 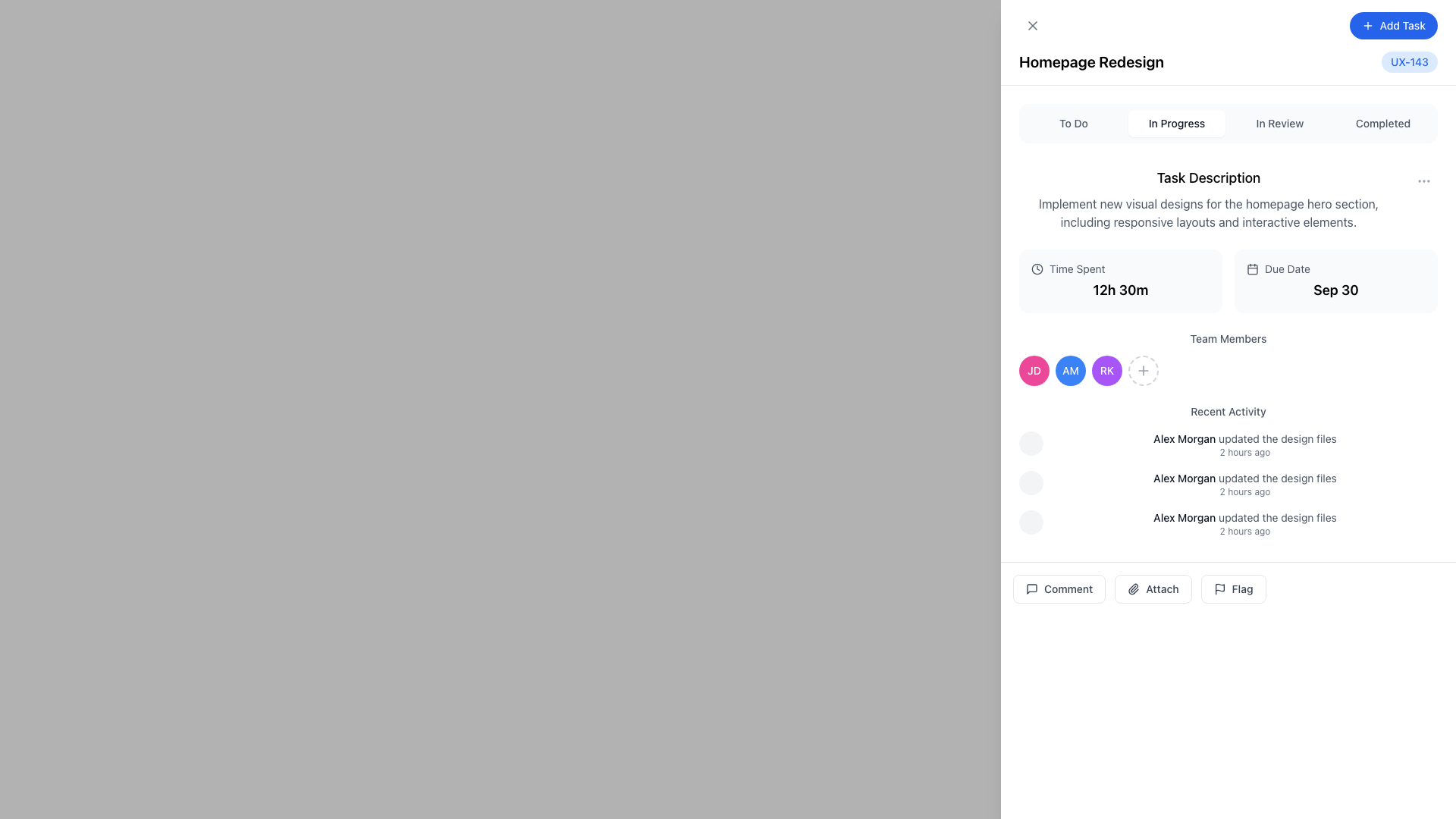 I want to click on the bold text heading 'Homepage Redesign' located at the top left area of the task view, so click(x=1090, y=61).